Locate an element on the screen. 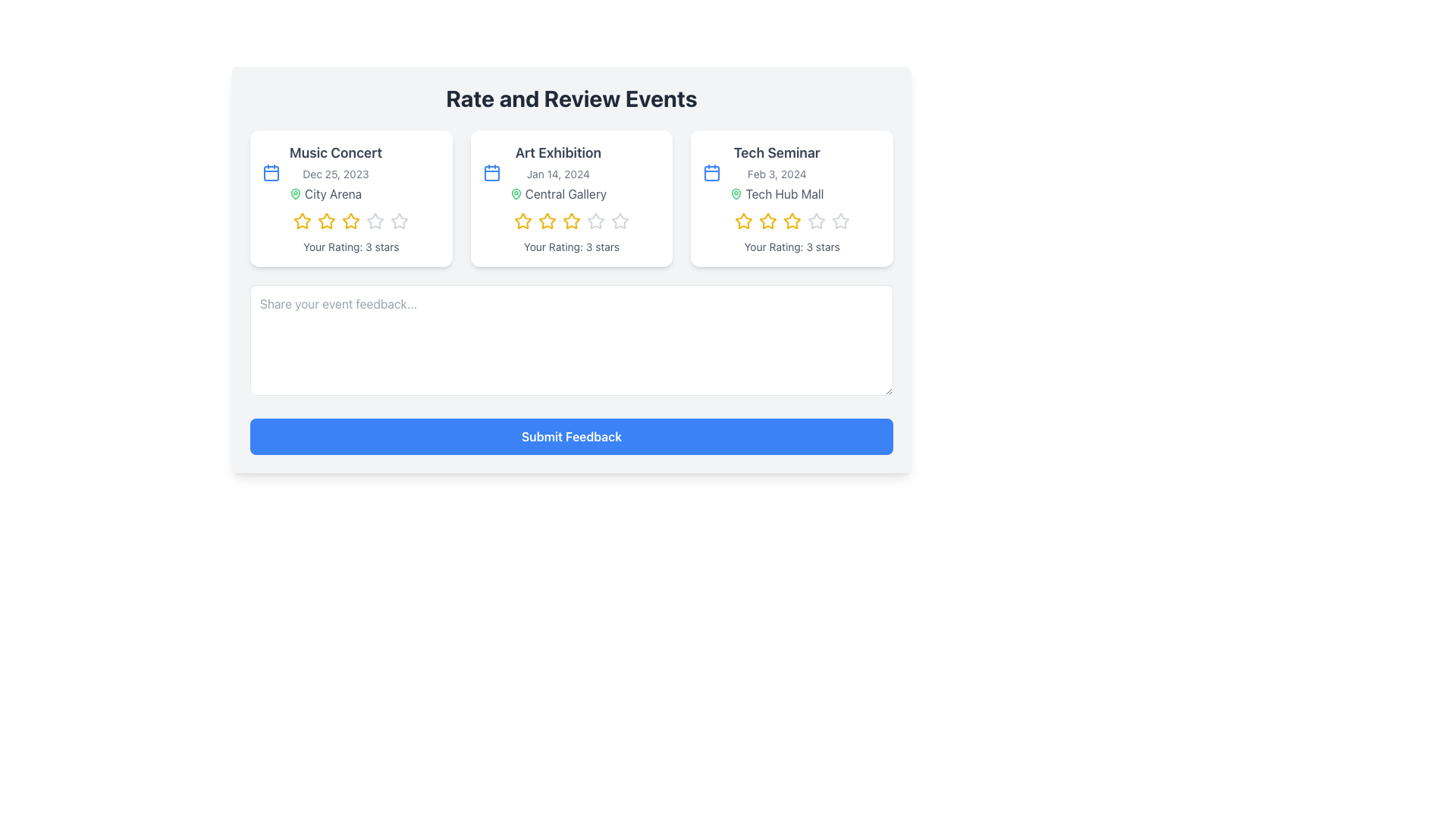 The width and height of the screenshot is (1456, 819). the fourth star from the left in the row of five stars under the 'Music Concert' section is located at coordinates (375, 221).